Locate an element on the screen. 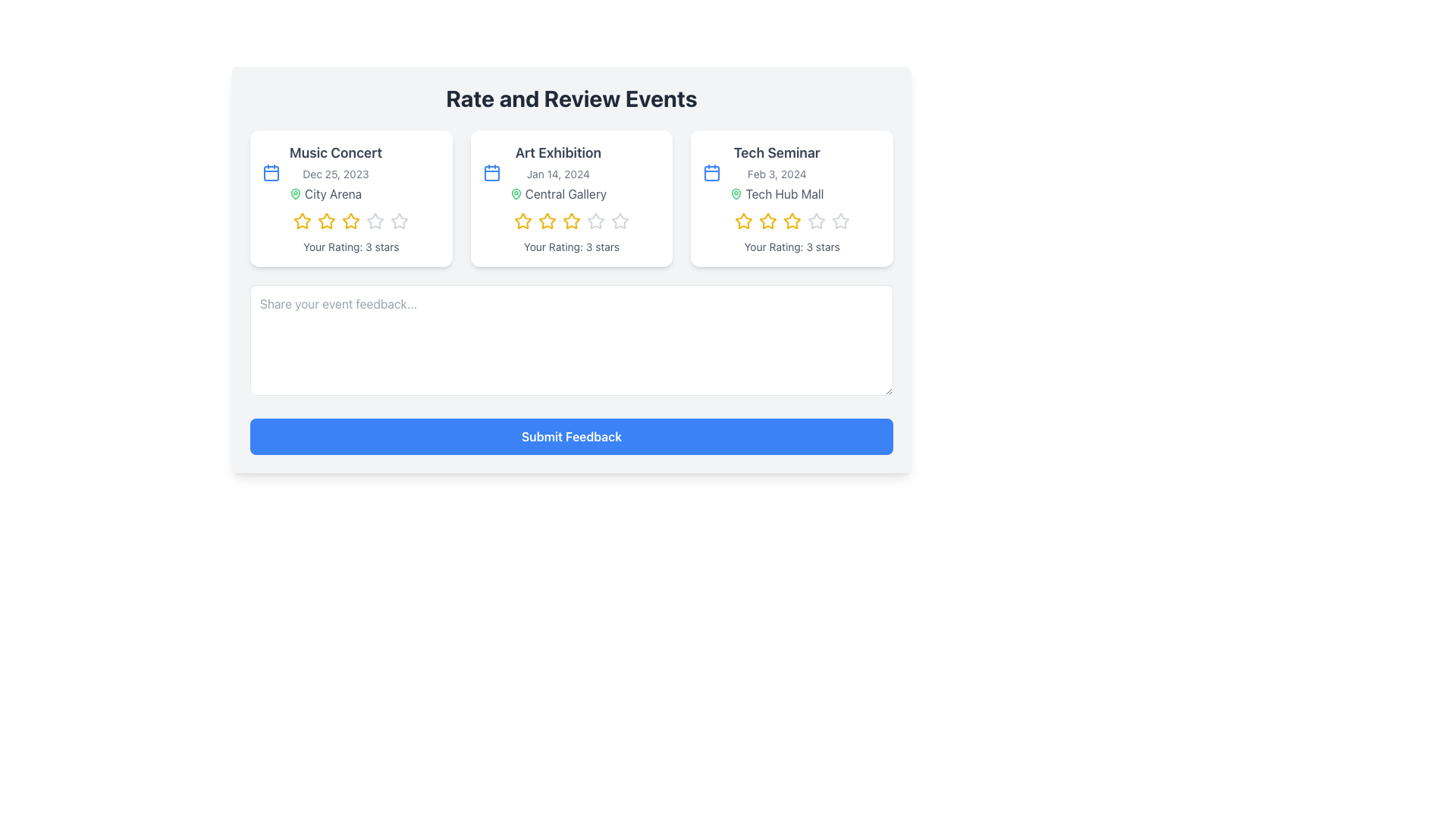 The width and height of the screenshot is (1456, 819). the fourth star from the left in the row of five stars under the 'Music Concert' section is located at coordinates (375, 221).